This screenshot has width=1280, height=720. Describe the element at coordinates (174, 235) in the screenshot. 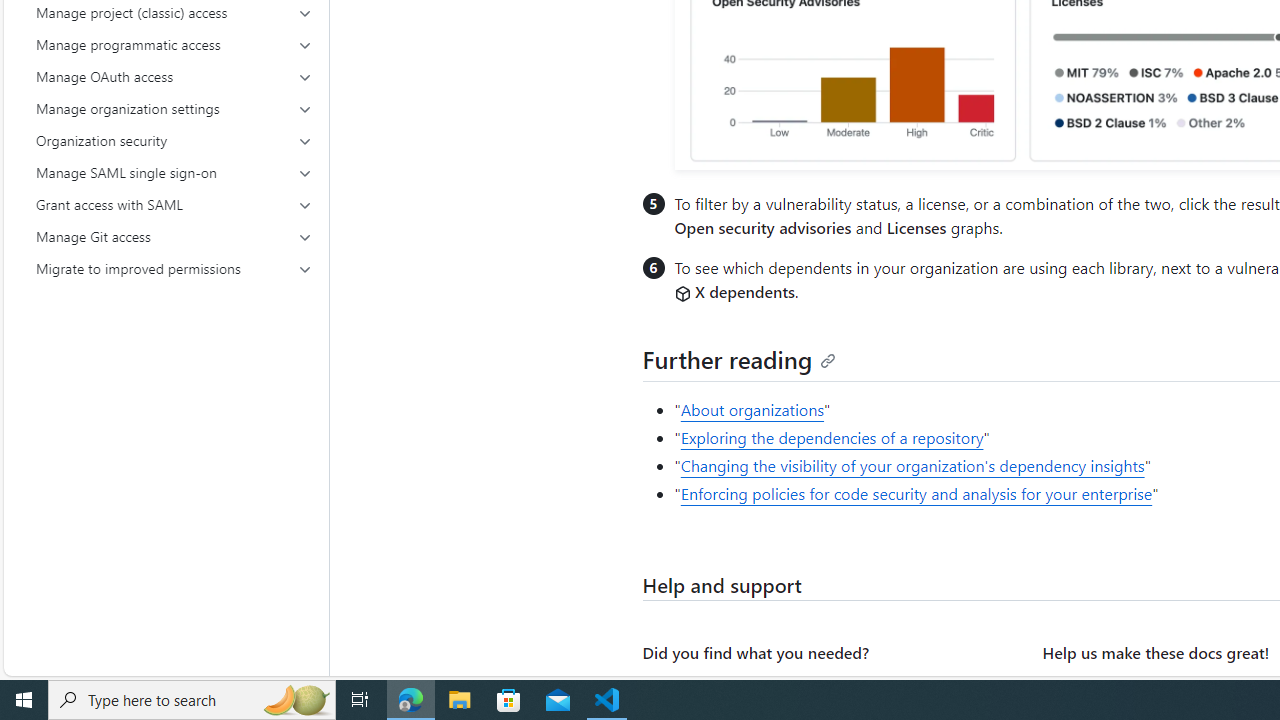

I see `'Manage Git access'` at that location.